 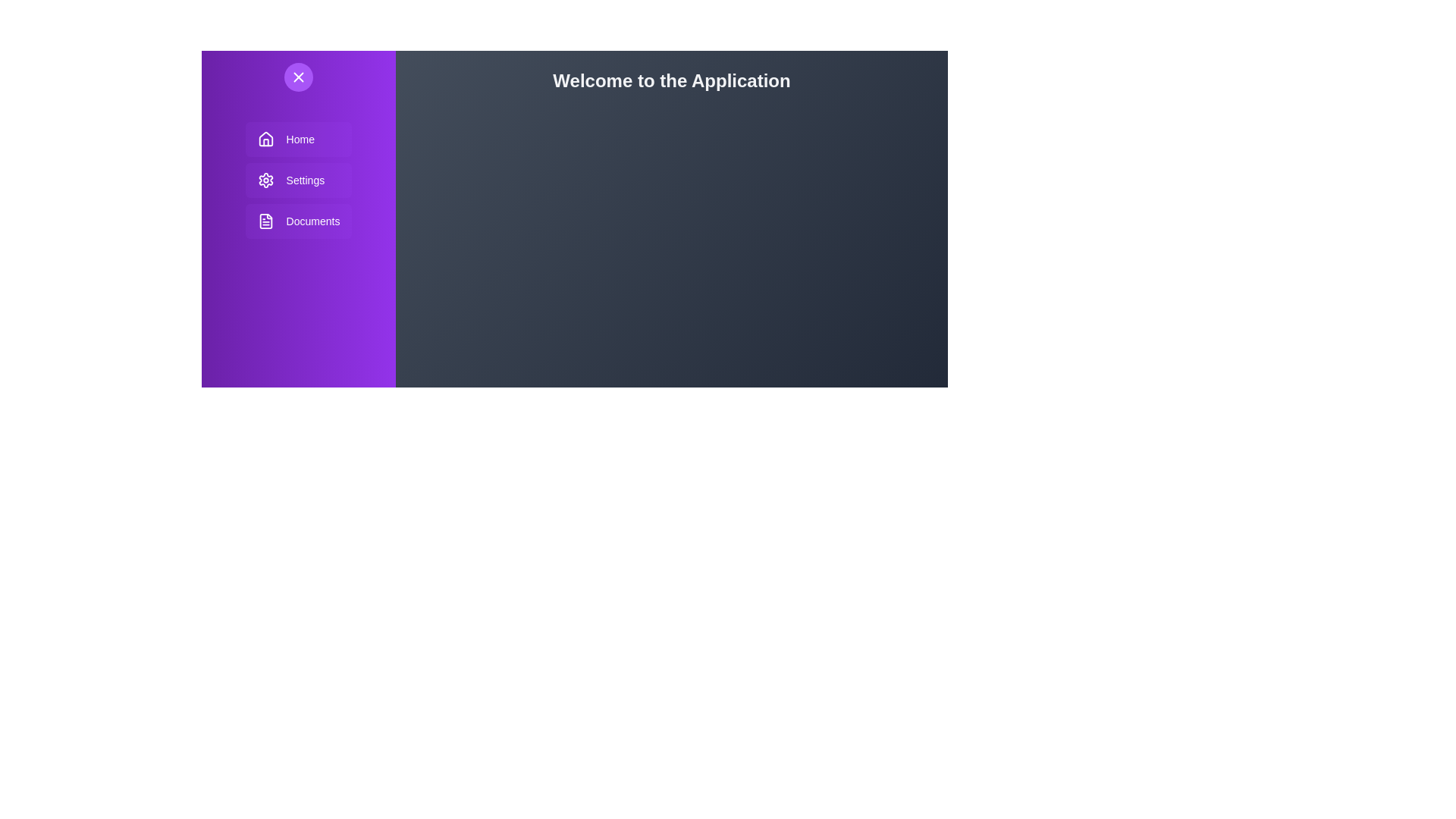 I want to click on the sidebar menu item Home, so click(x=298, y=140).